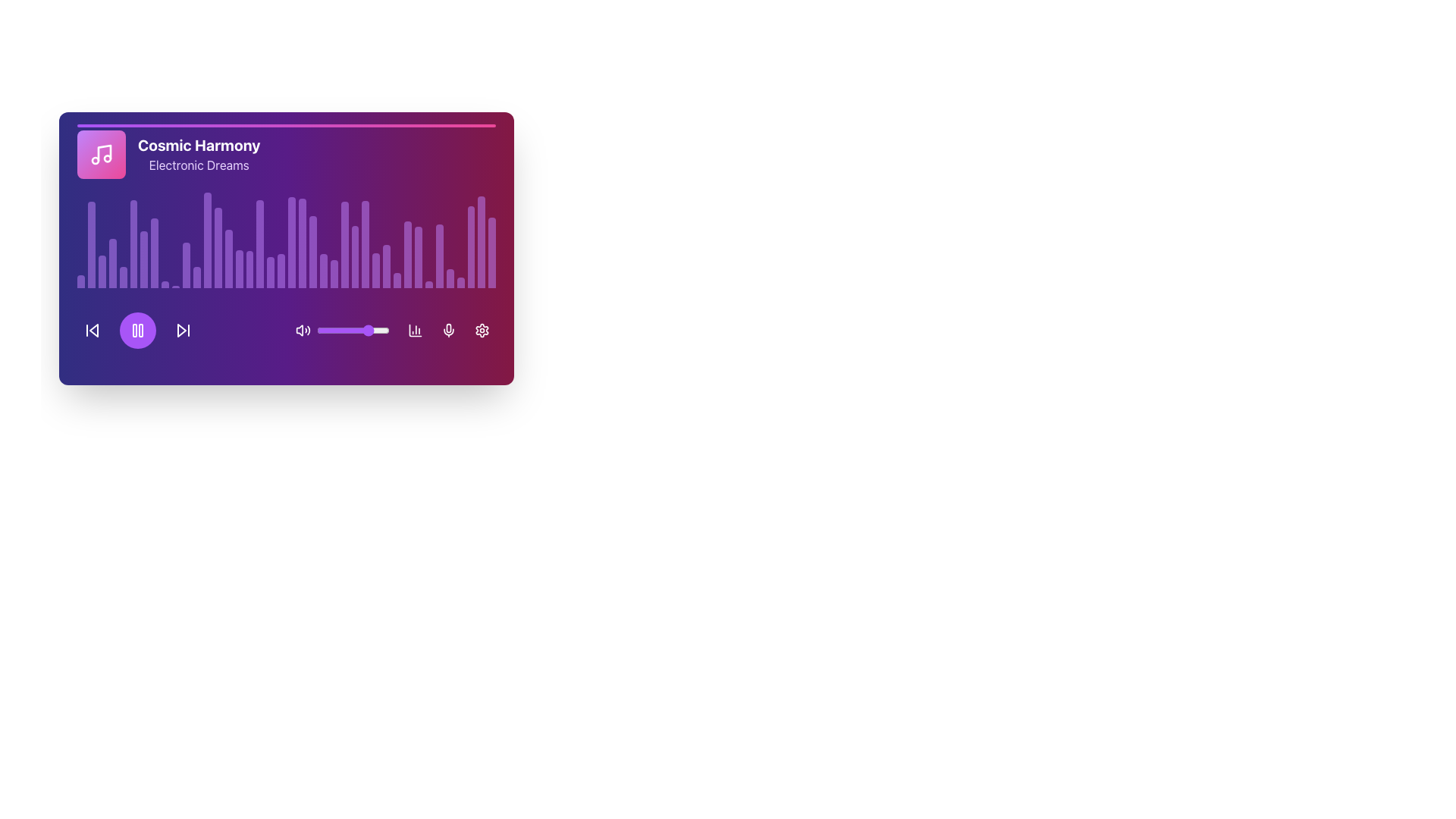  I want to click on the music icon located in the top-left section of the media control interface, which is positioned to the left of the text 'Cosmic Harmony.', so click(101, 155).